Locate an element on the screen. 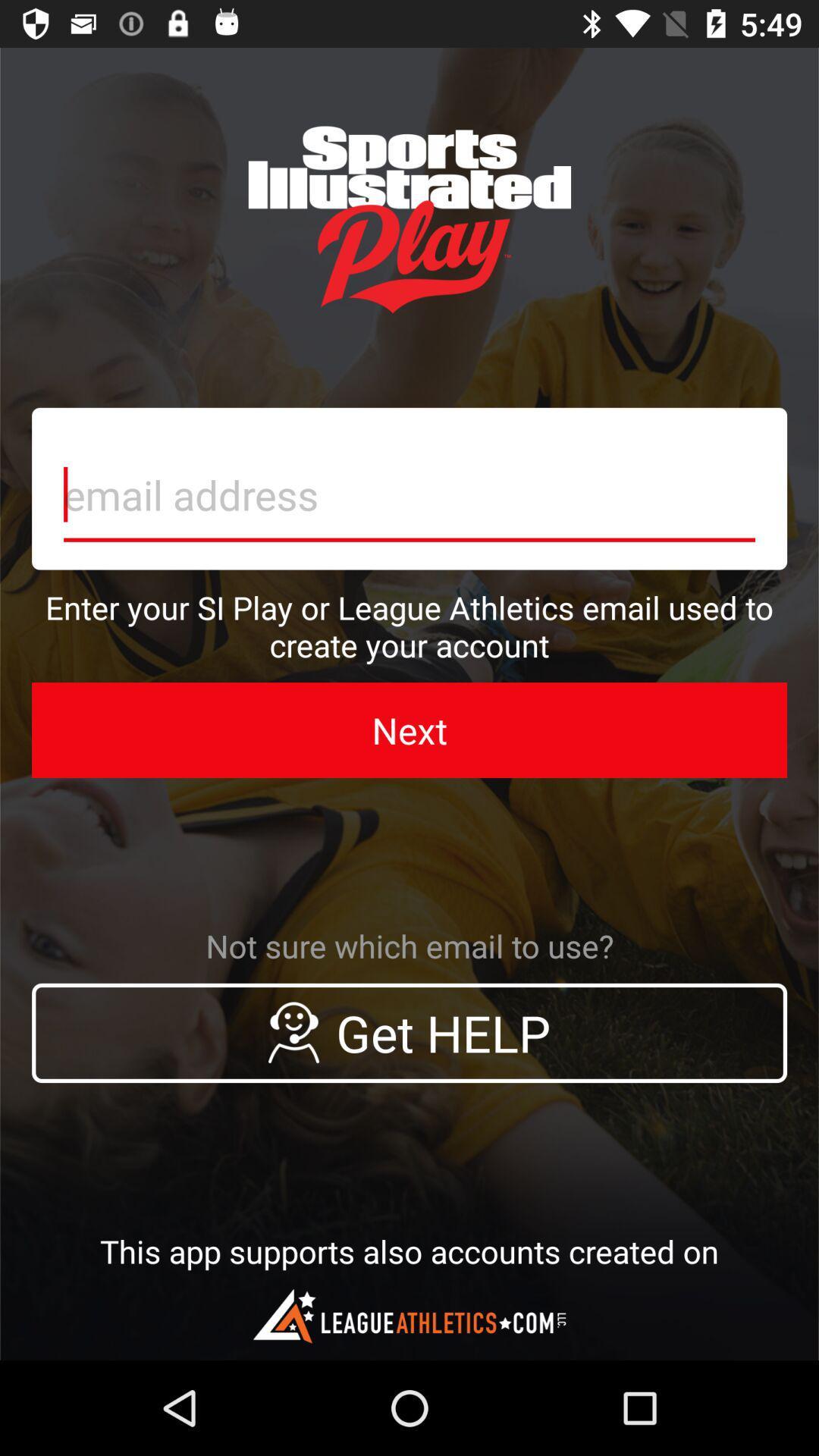 This screenshot has width=819, height=1456. the icon above the not sure which icon is located at coordinates (409, 730).